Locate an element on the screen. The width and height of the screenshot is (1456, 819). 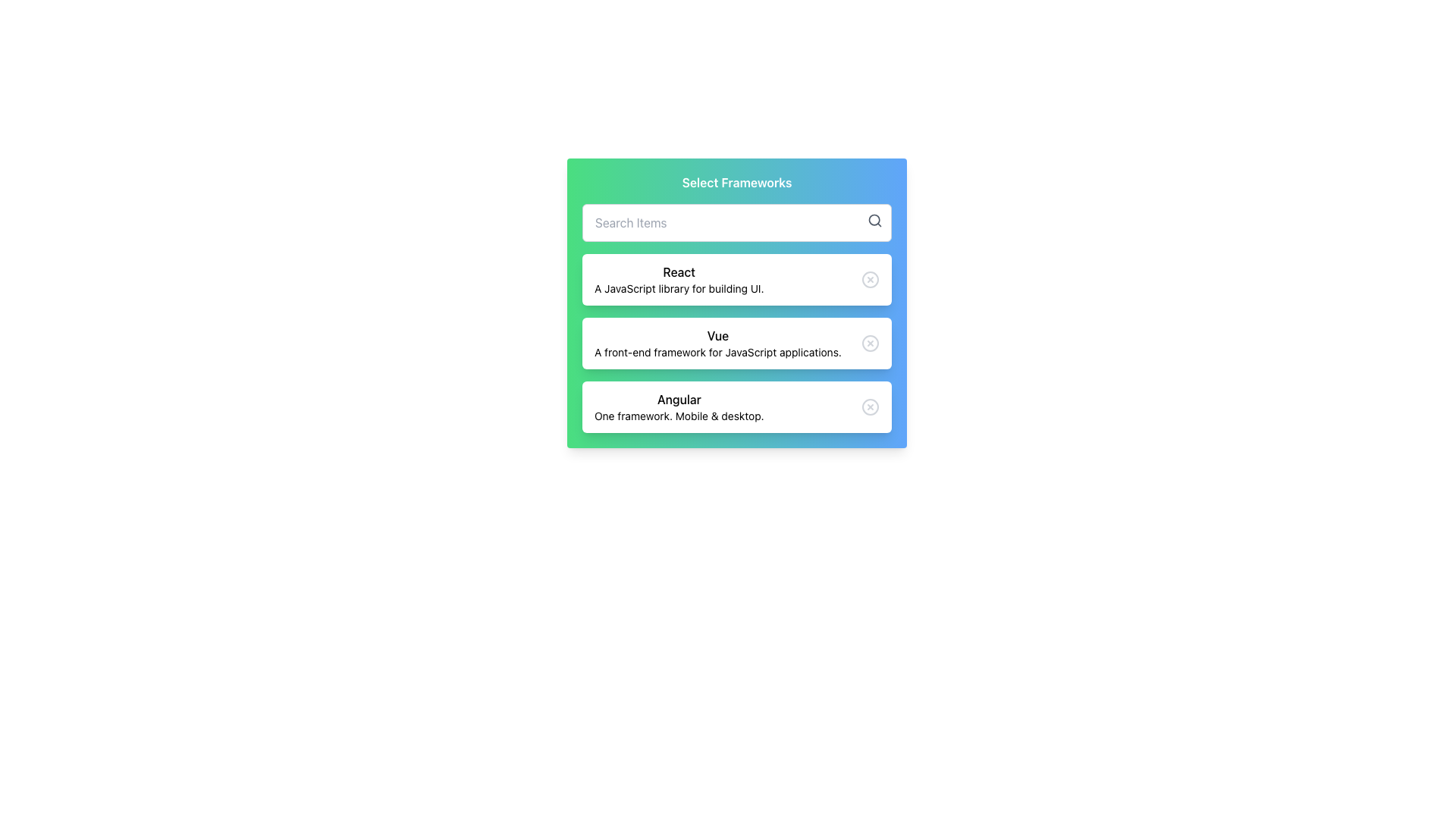
the smaller inner circle of the magnifying glass icon located at the top-right corner of the search input field is located at coordinates (874, 220).